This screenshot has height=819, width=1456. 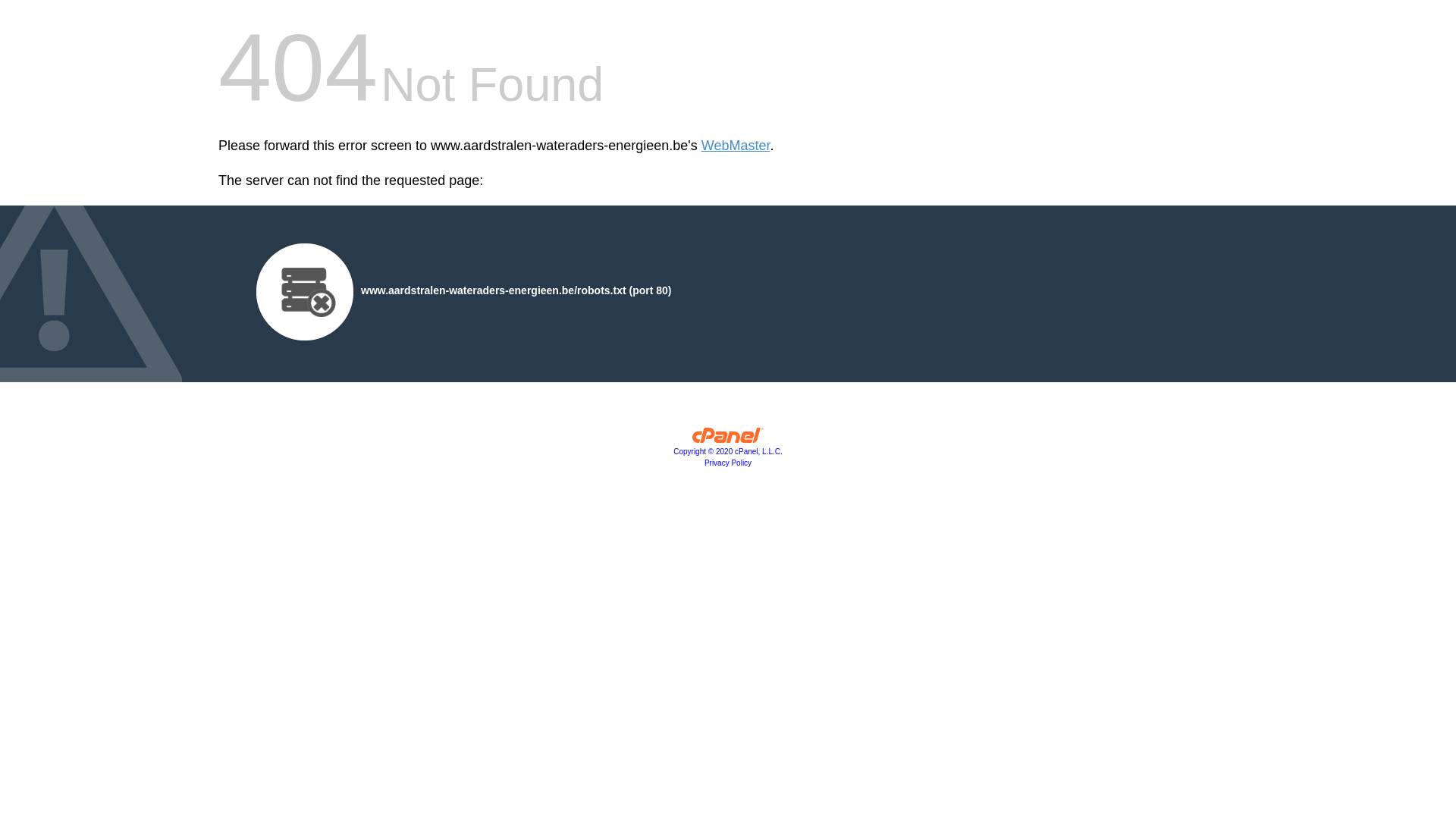 What do you see at coordinates (728, 438) in the screenshot?
I see `'cPanel, Inc.'` at bounding box center [728, 438].